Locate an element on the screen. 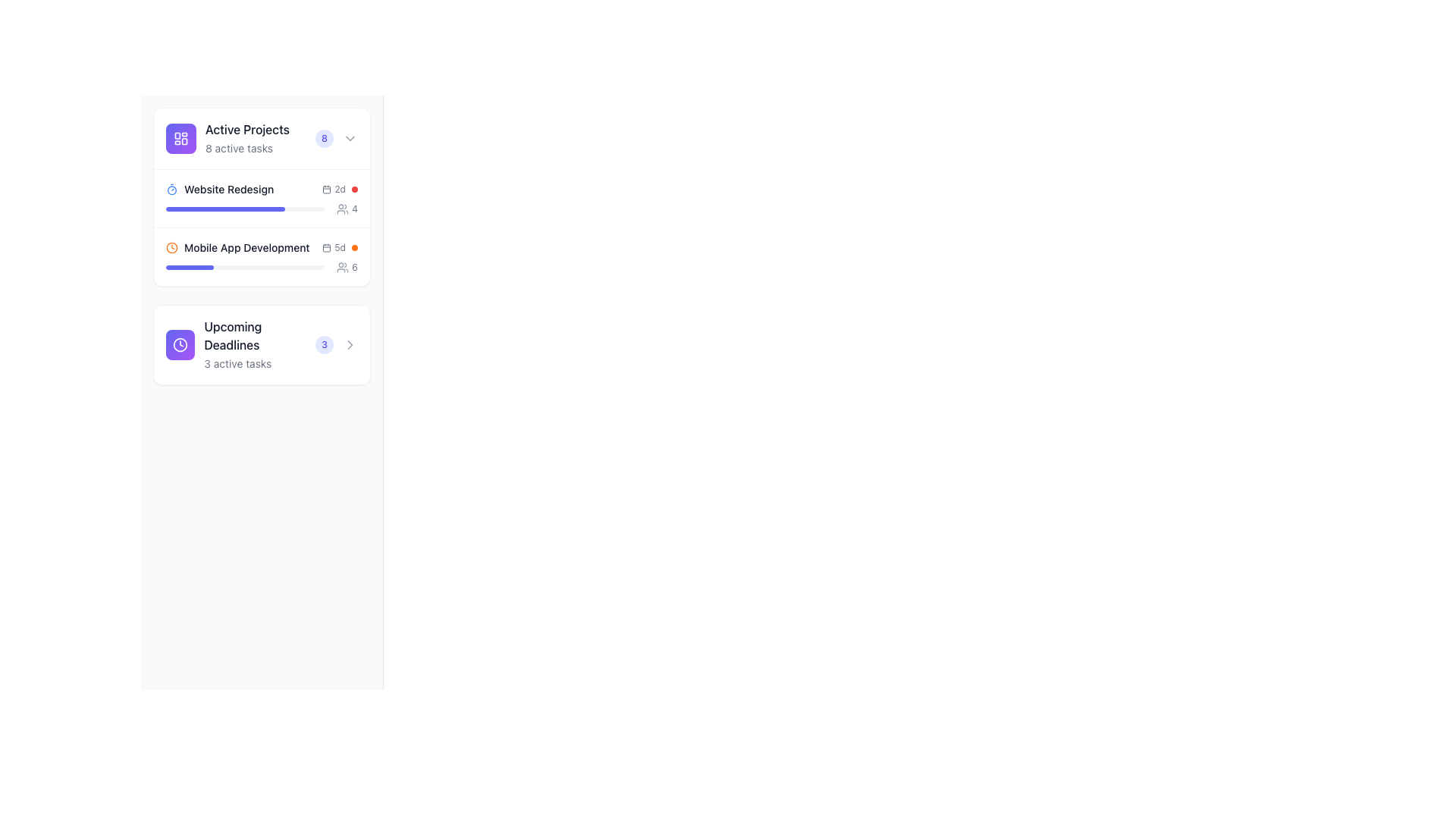 The width and height of the screenshot is (1456, 819). the 'Upcoming Deadlines' text label, which is displayed in bold font within a small white card, located above the '3 active tasks' text is located at coordinates (259, 335).